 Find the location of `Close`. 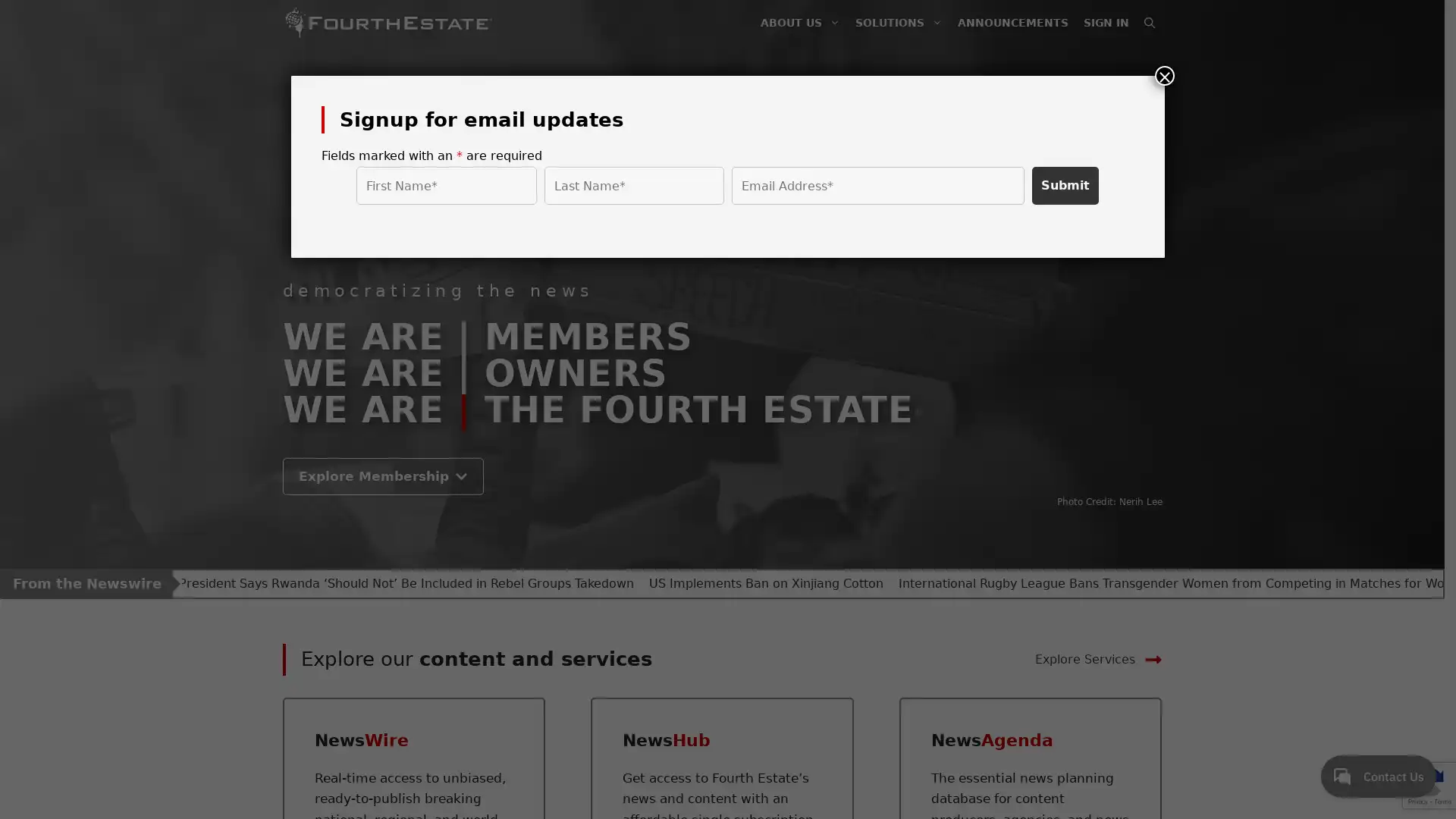

Close is located at coordinates (1164, 76).